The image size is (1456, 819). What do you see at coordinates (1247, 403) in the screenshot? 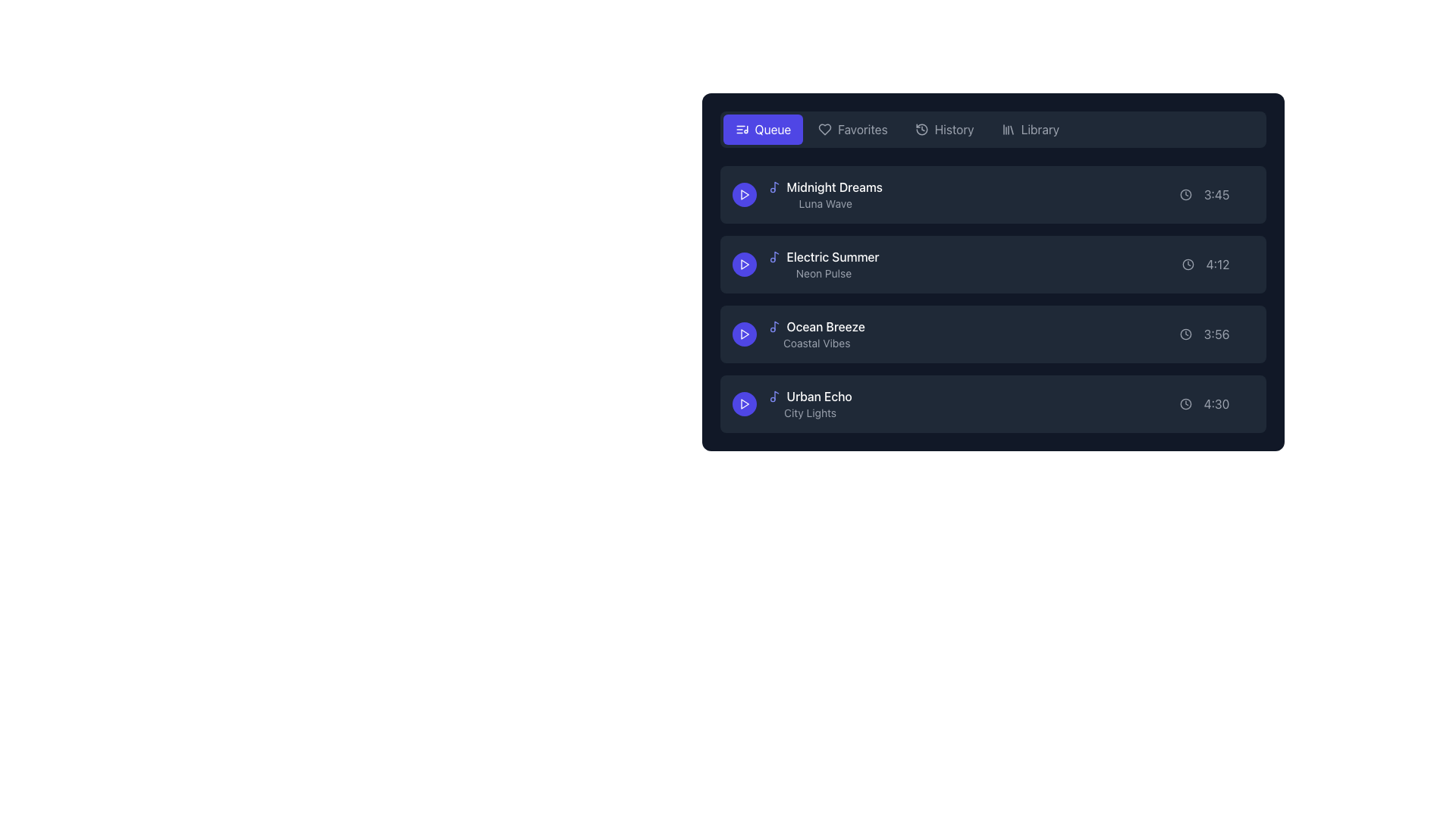
I see `the 'like' or 'favorite' button located at the right end of the row representing the song 'Urban Echo'` at bounding box center [1247, 403].